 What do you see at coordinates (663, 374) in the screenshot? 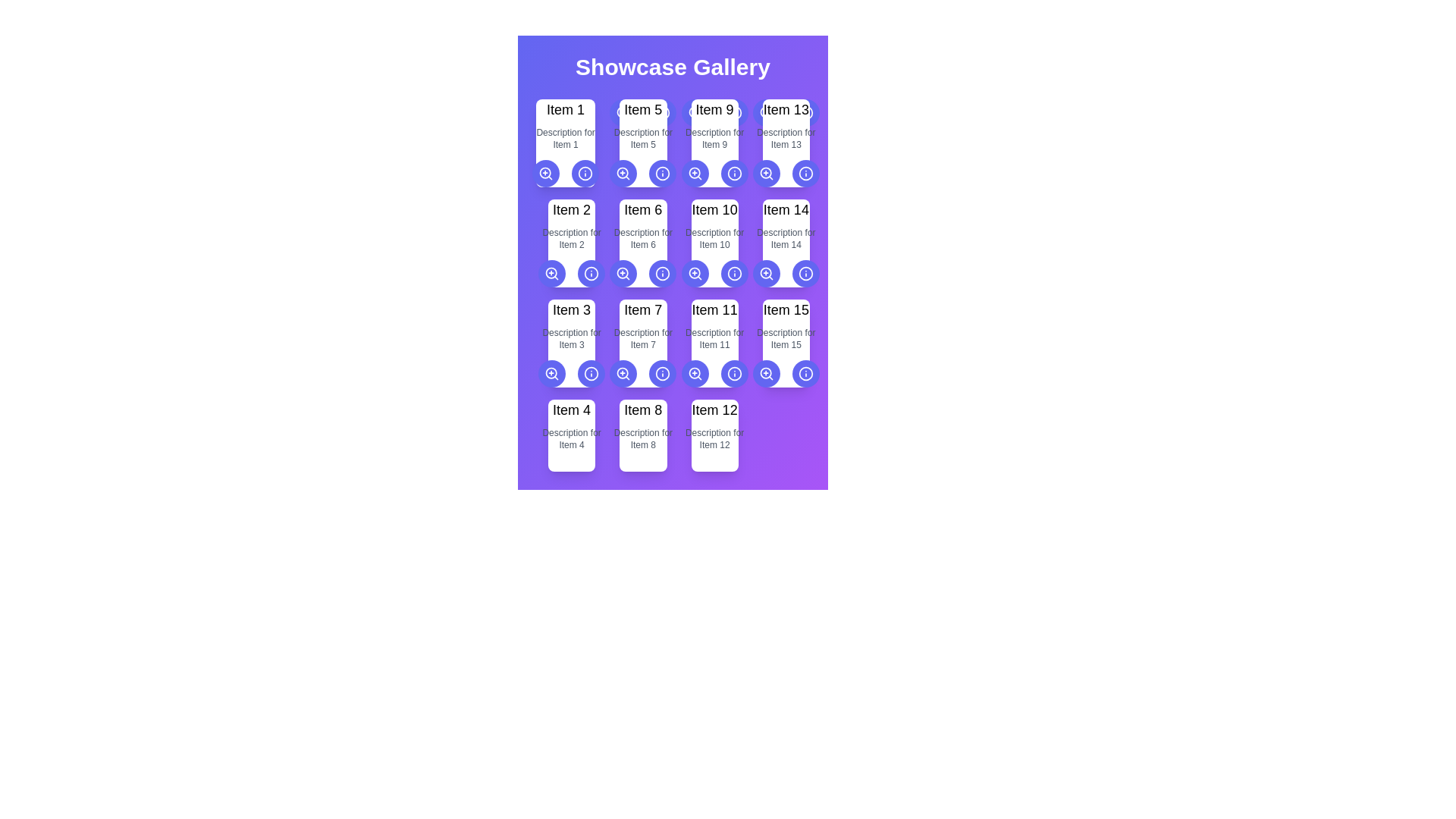
I see `the SVG circle component that indicates an 'information' function for 'Item 11.'` at bounding box center [663, 374].